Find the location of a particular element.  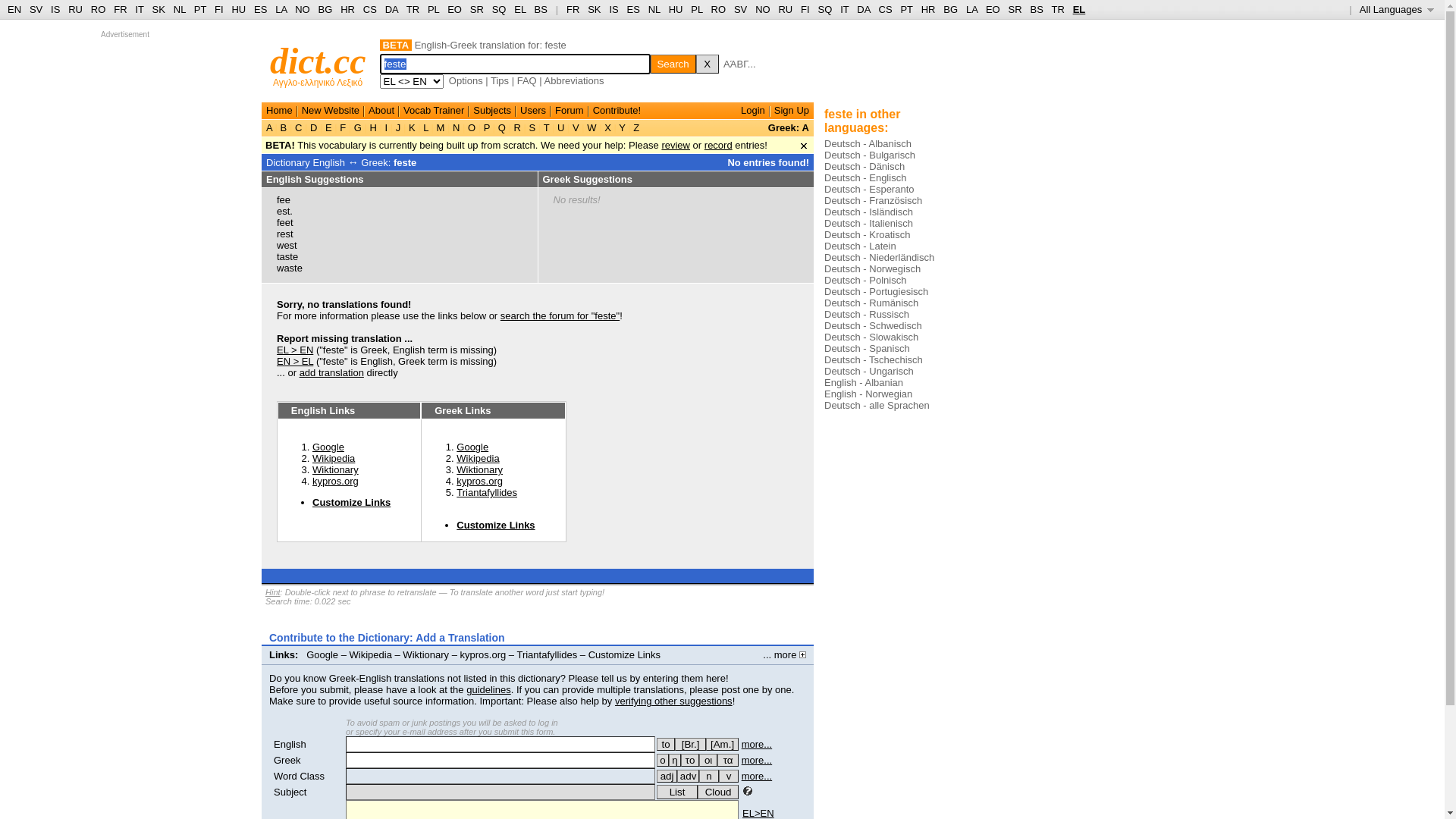

'H' is located at coordinates (373, 127).